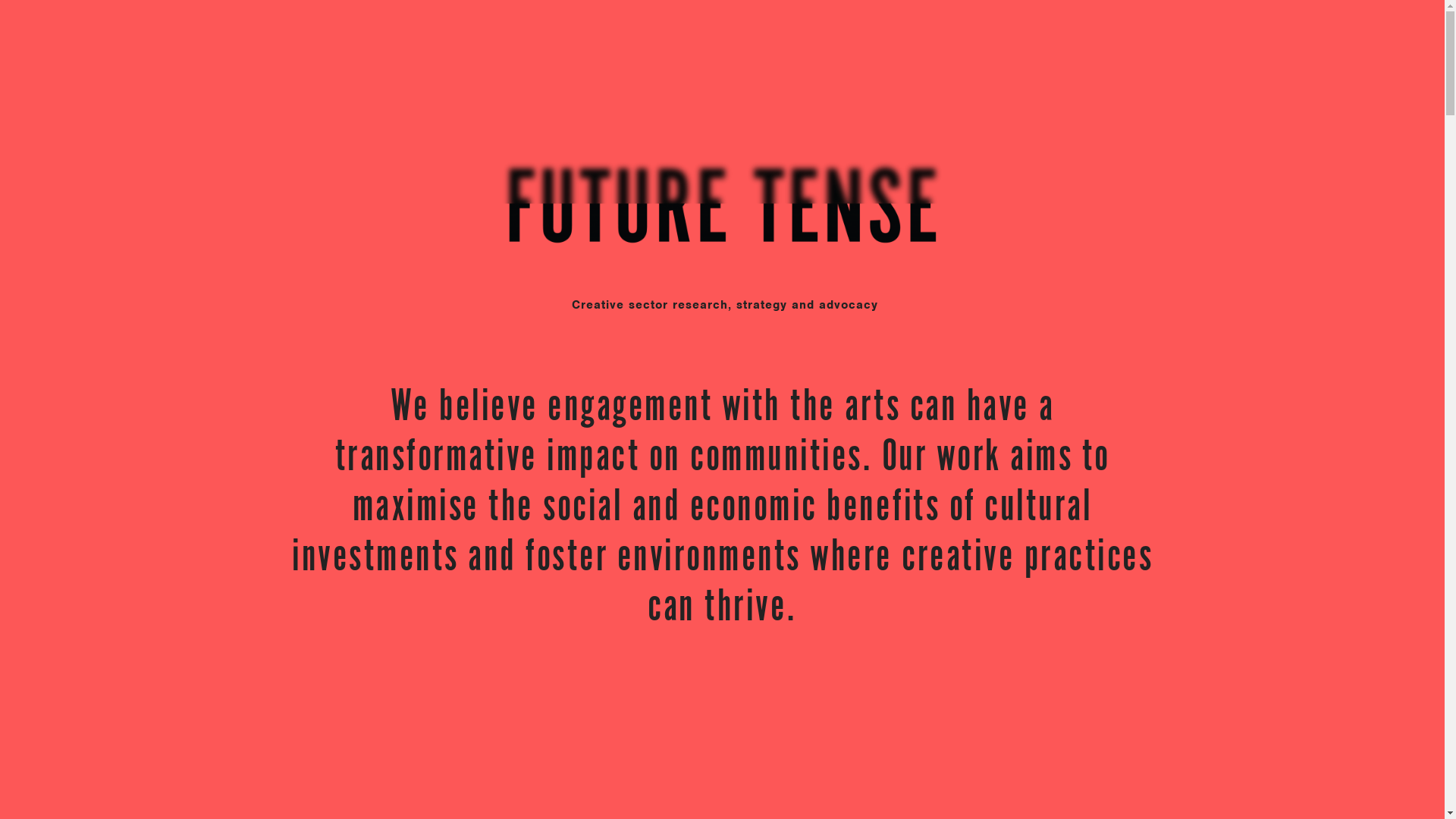 Image resolution: width=1456 pixels, height=819 pixels. Describe the element at coordinates (0, 0) in the screenshot. I see `'Skip to content'` at that location.